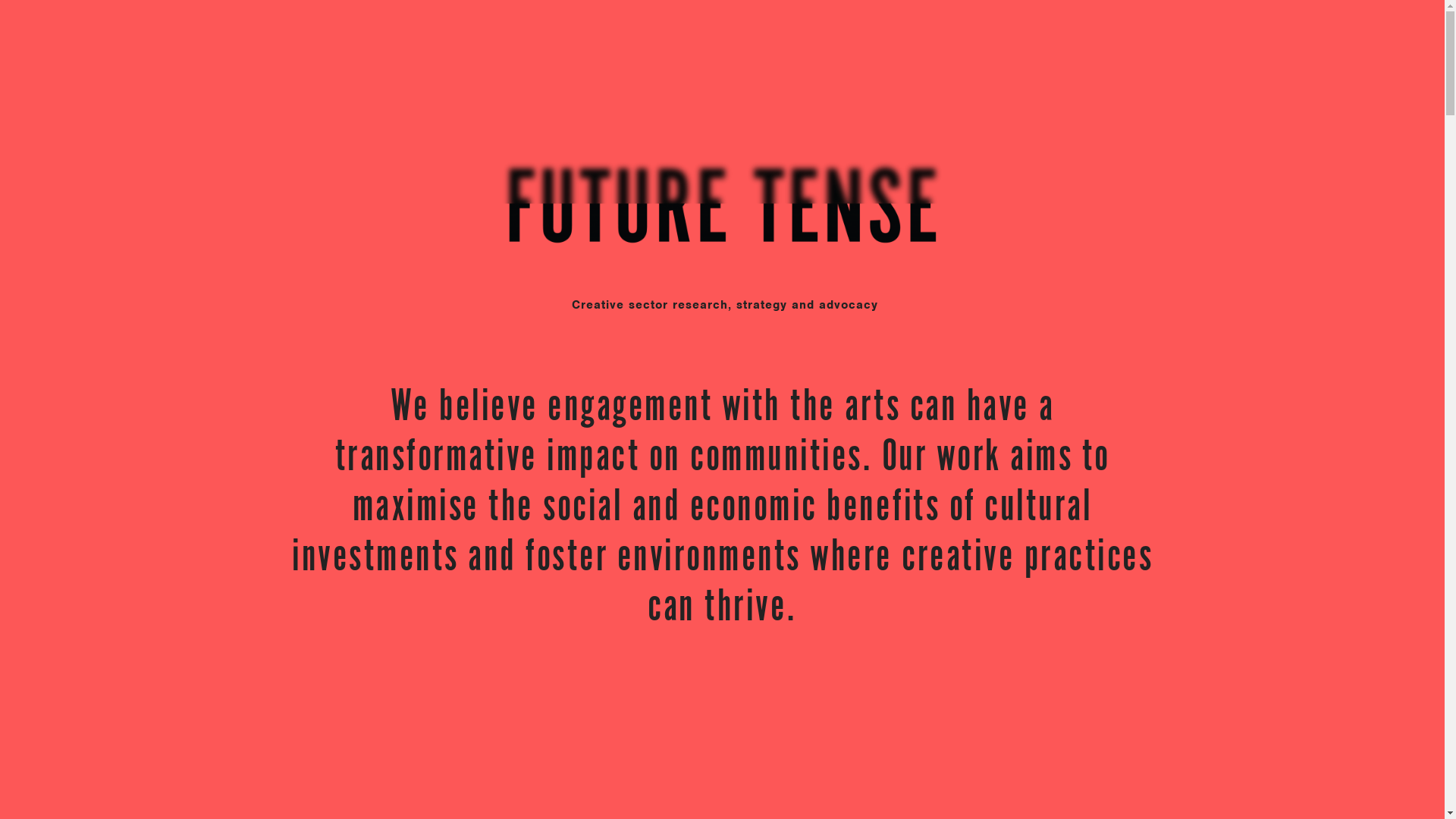 Image resolution: width=1456 pixels, height=819 pixels. Describe the element at coordinates (0, 0) in the screenshot. I see `'Skip to content'` at that location.